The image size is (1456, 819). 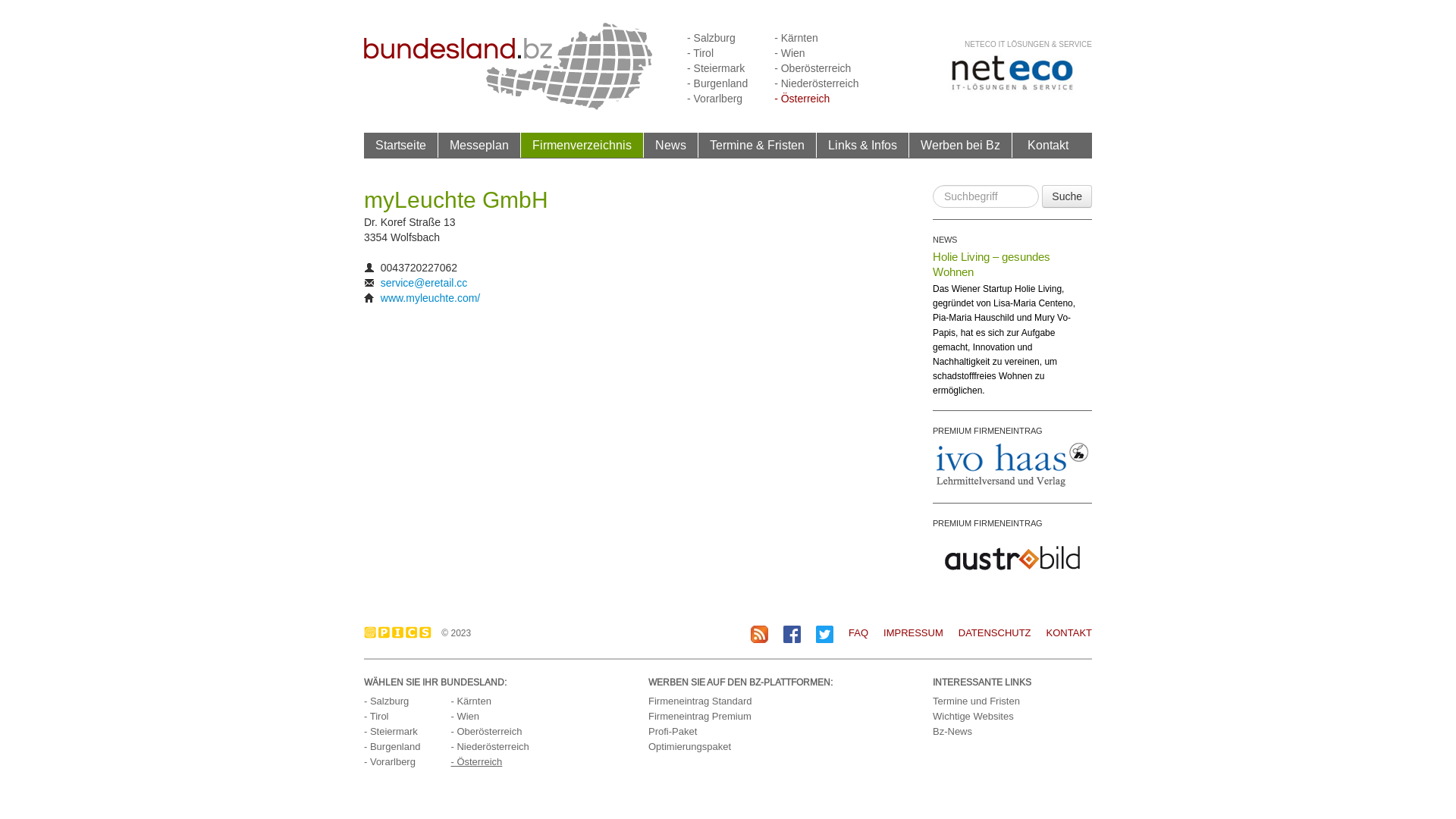 What do you see at coordinates (973, 715) in the screenshot?
I see `'Wichtige Websites'` at bounding box center [973, 715].